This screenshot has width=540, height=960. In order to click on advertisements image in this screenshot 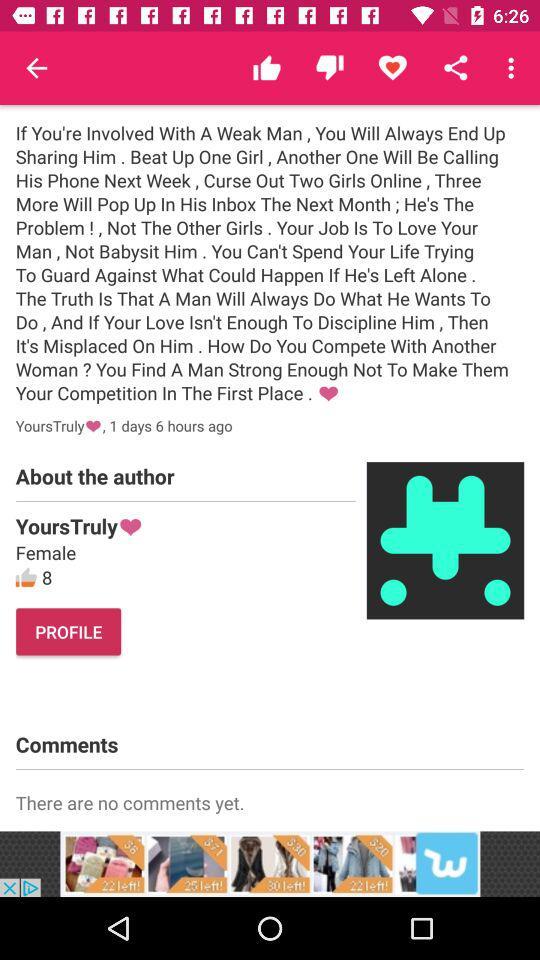, I will do `click(270, 863)`.